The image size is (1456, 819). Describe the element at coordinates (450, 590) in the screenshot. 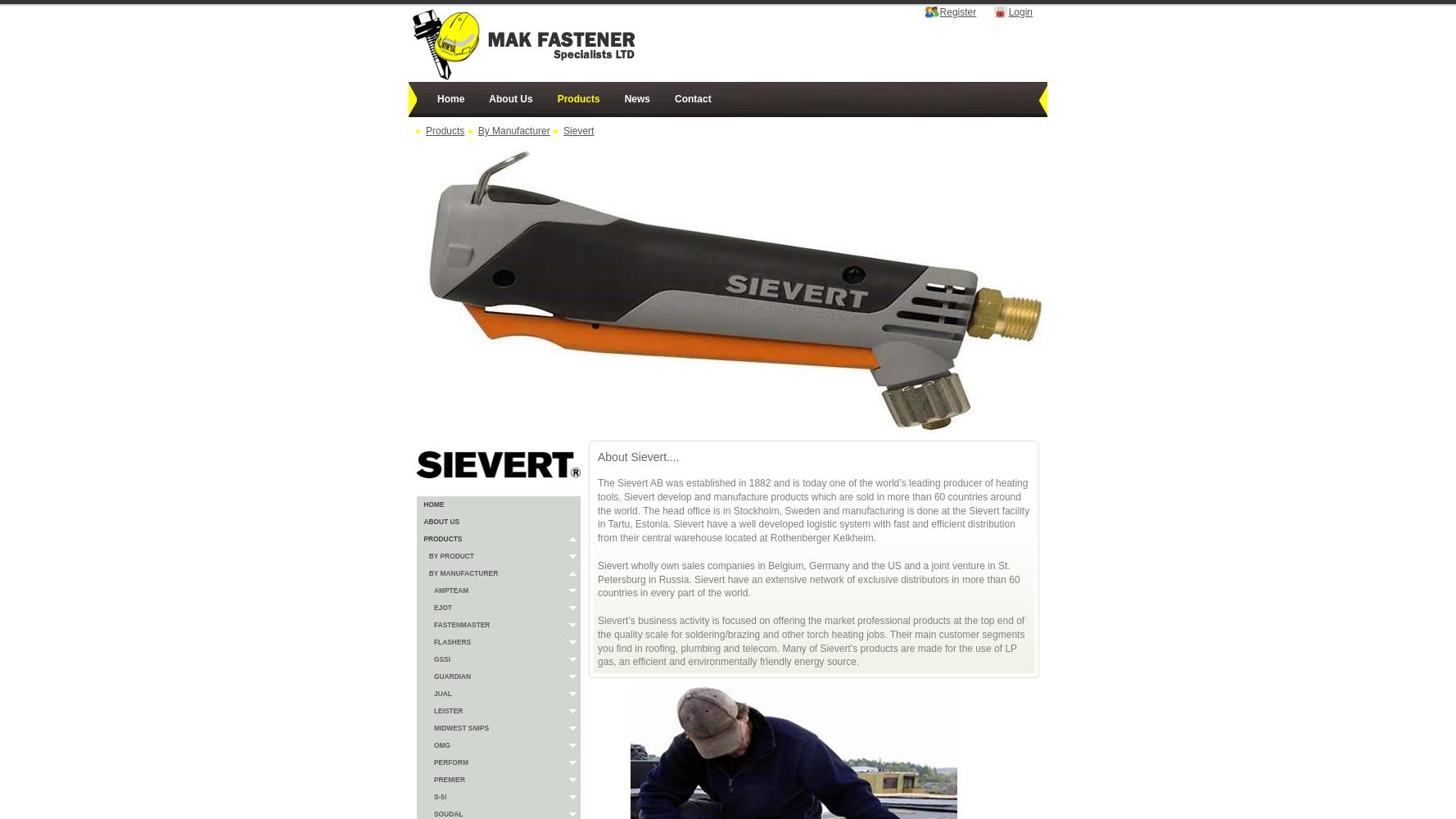

I see `'Ampteam'` at that location.